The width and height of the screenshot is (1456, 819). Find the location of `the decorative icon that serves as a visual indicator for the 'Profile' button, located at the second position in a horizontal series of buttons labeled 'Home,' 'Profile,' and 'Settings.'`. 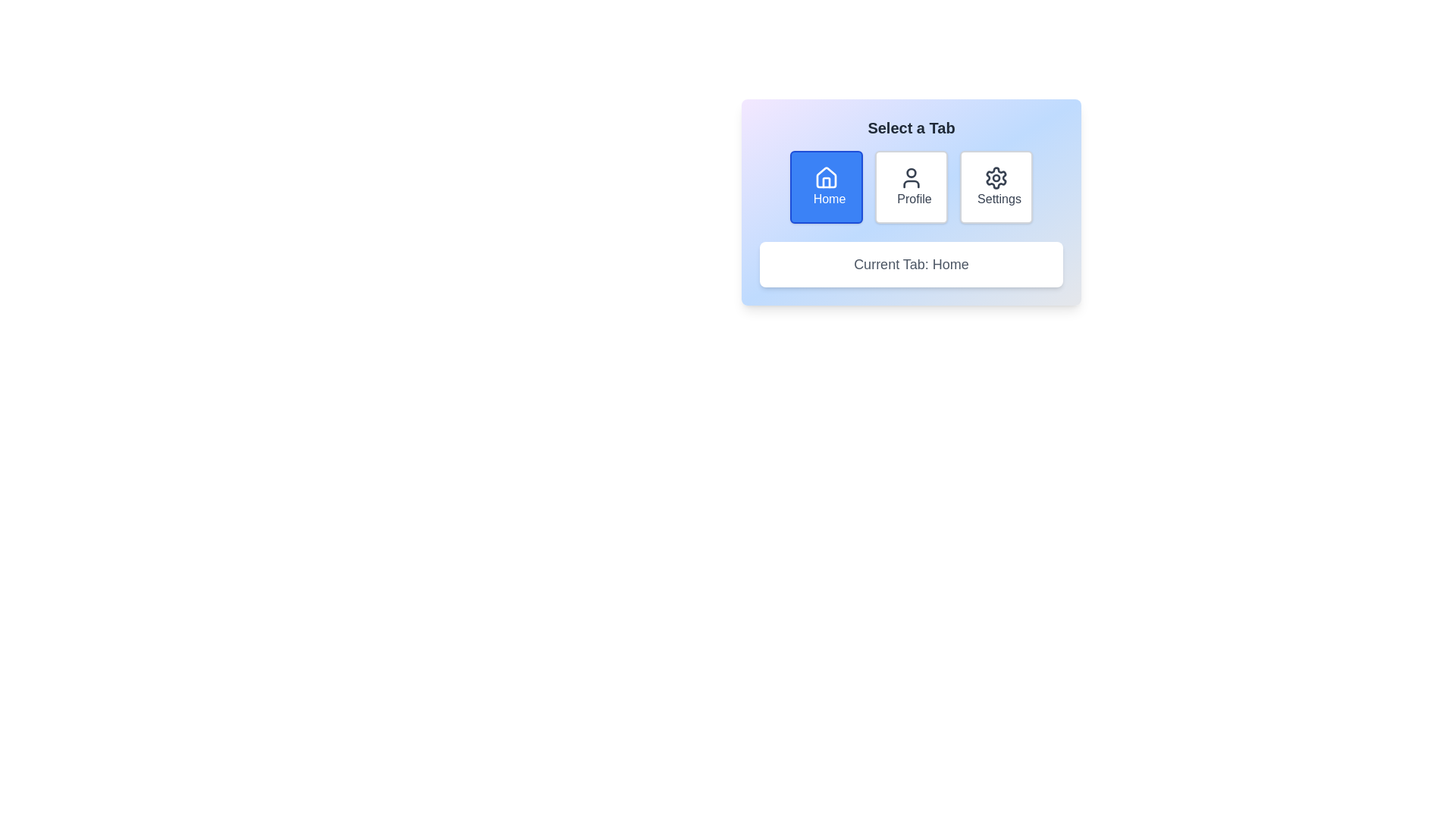

the decorative icon that serves as a visual indicator for the 'Profile' button, located at the second position in a horizontal series of buttons labeled 'Home,' 'Profile,' and 'Settings.' is located at coordinates (910, 177).